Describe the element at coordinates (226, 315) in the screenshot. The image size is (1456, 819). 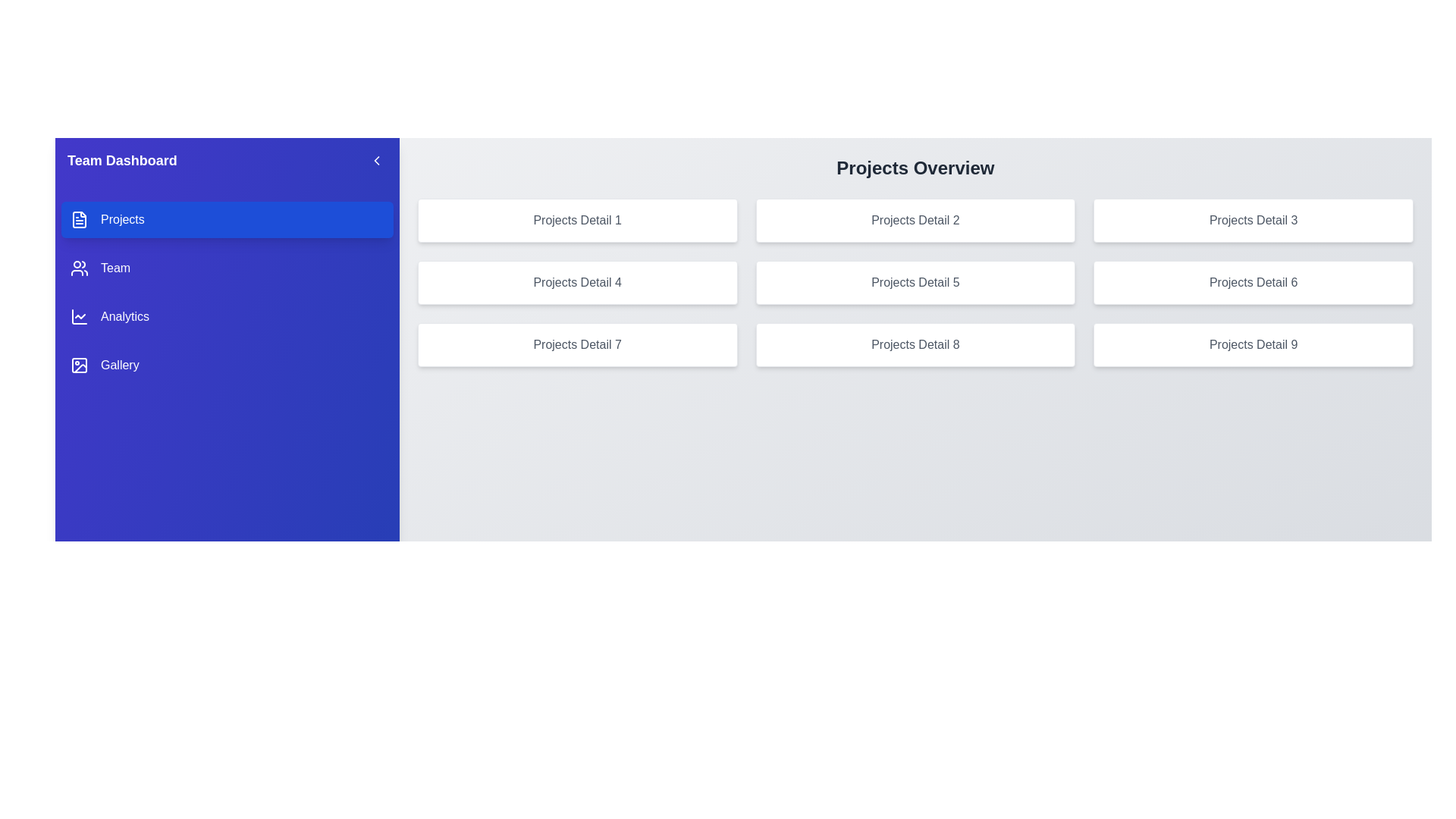
I see `the category Analytics from the sidebar menu` at that location.